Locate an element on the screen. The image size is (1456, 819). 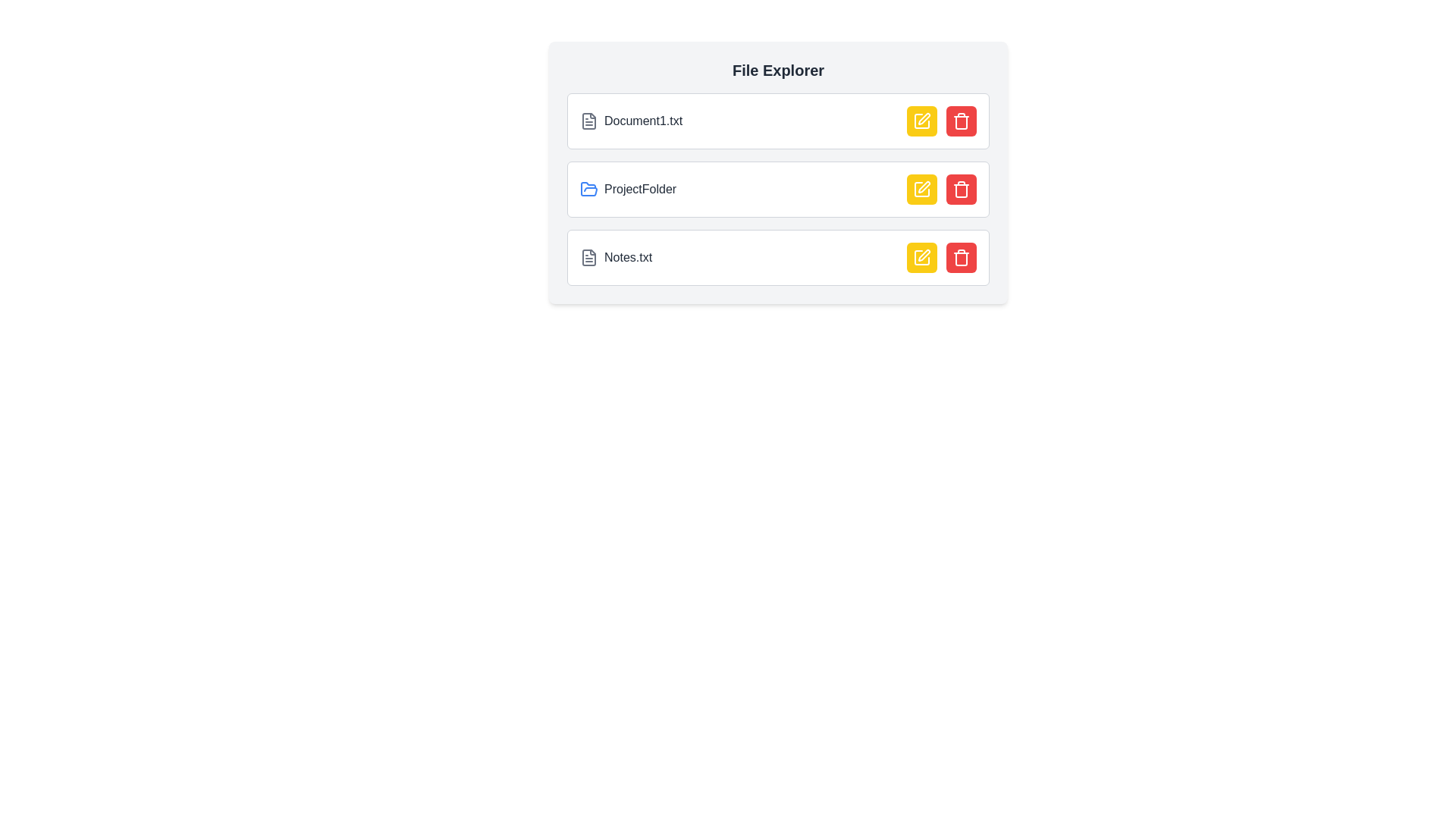
the first yellow button to the right of 'Document1.txt' to initiate editing is located at coordinates (921, 120).